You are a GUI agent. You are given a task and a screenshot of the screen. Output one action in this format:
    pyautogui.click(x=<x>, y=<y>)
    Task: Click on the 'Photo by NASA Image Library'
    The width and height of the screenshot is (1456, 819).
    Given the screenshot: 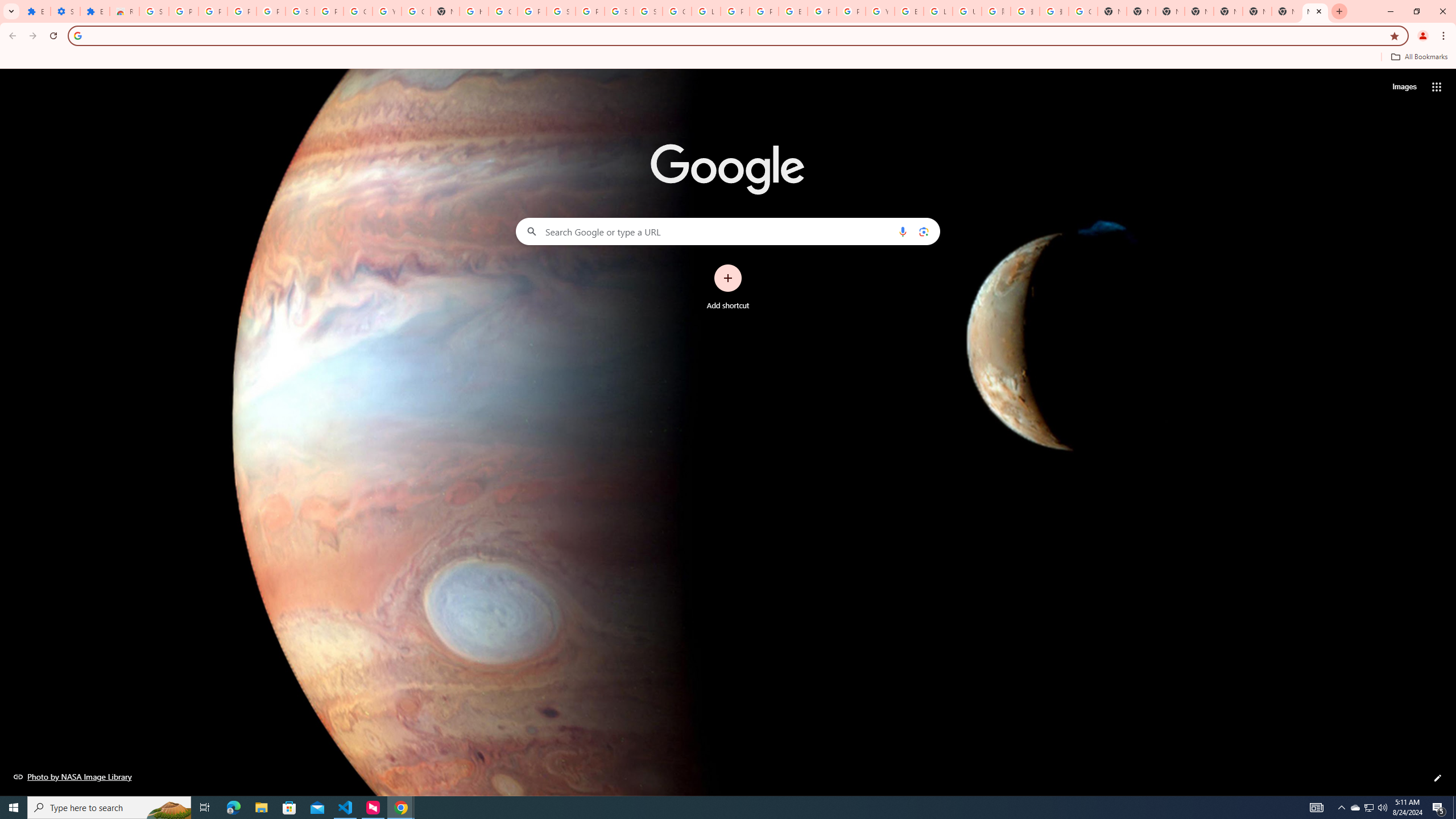 What is the action you would take?
    pyautogui.click(x=72, y=776)
    